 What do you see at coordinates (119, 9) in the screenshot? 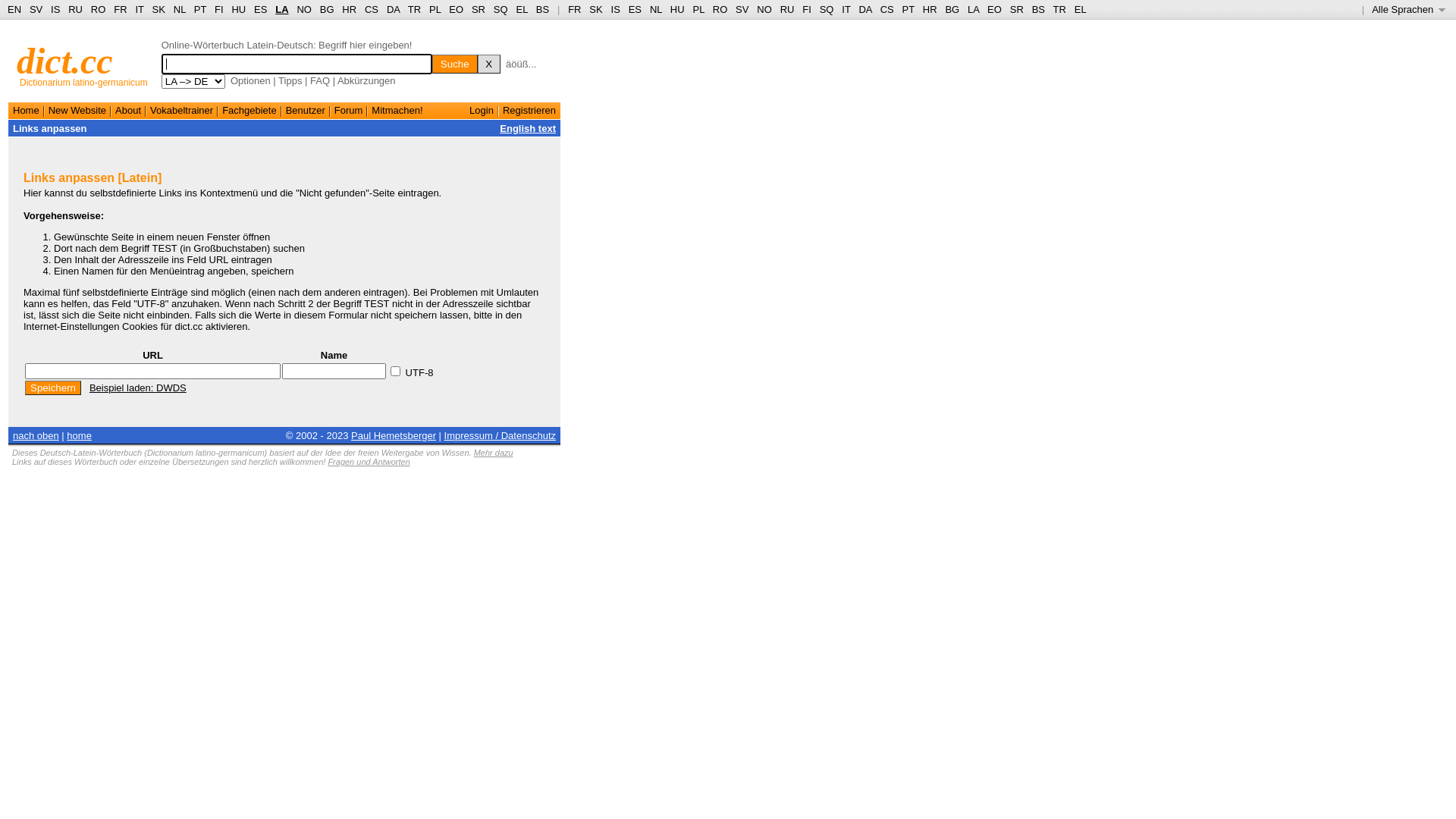
I see `'FR'` at bounding box center [119, 9].